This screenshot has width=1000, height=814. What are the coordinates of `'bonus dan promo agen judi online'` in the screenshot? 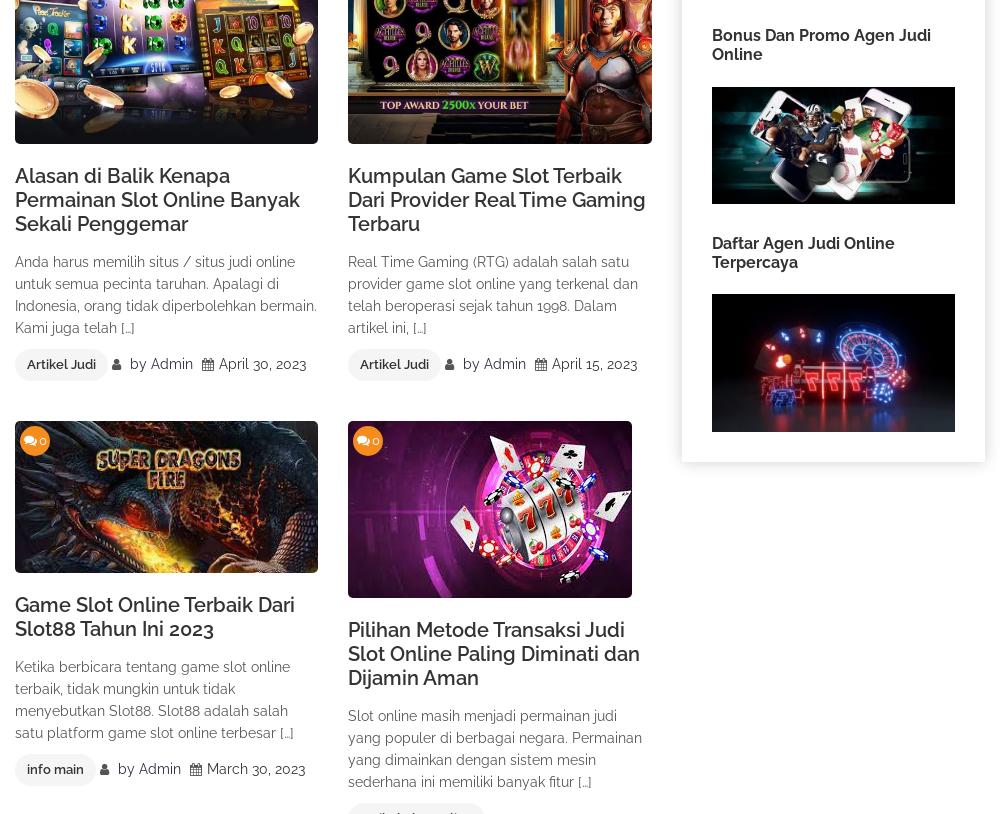 It's located at (710, 44).